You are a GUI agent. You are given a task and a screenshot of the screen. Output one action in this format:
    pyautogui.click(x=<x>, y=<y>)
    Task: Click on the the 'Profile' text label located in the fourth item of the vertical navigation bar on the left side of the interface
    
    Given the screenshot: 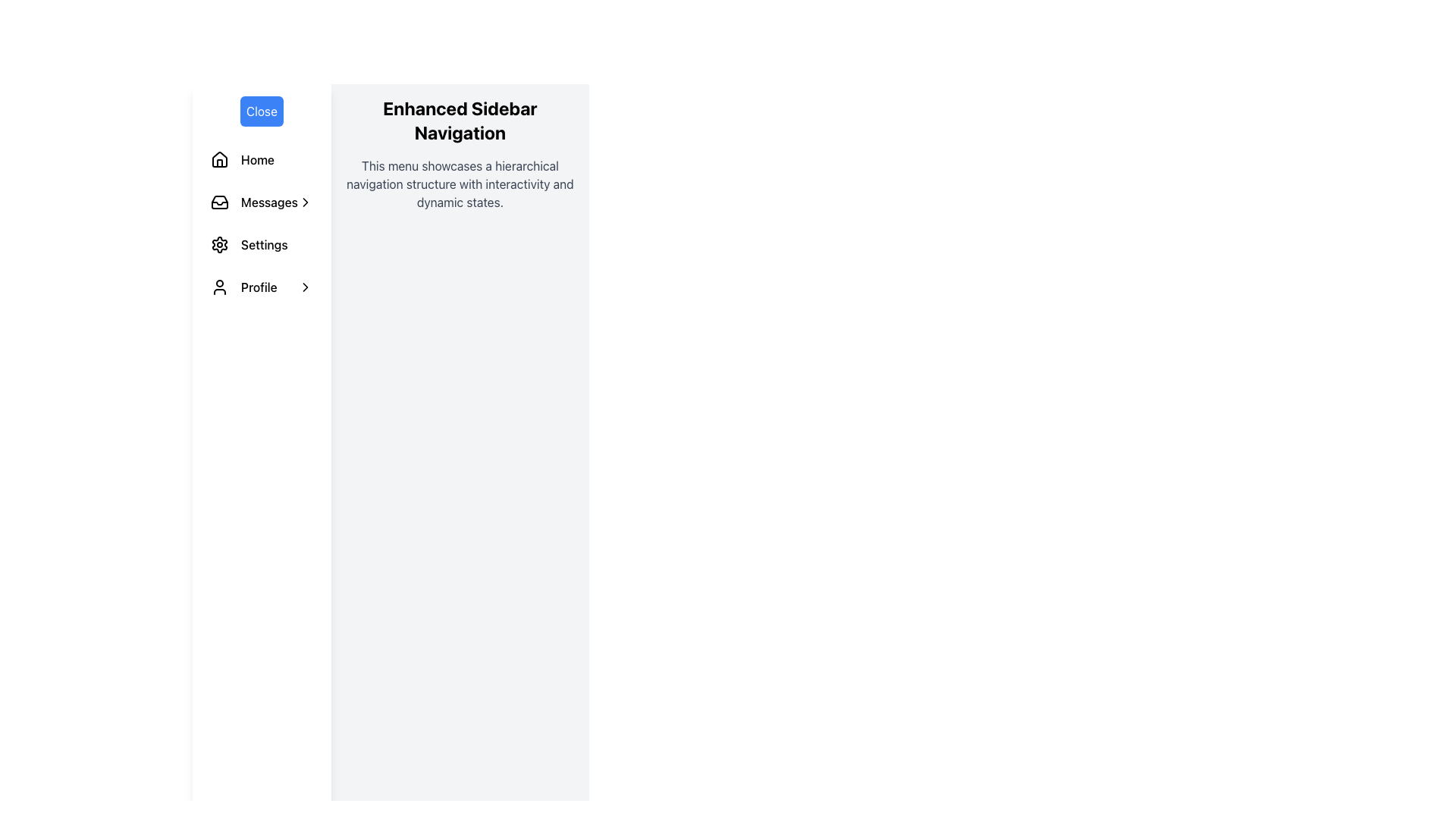 What is the action you would take?
    pyautogui.click(x=269, y=287)
    